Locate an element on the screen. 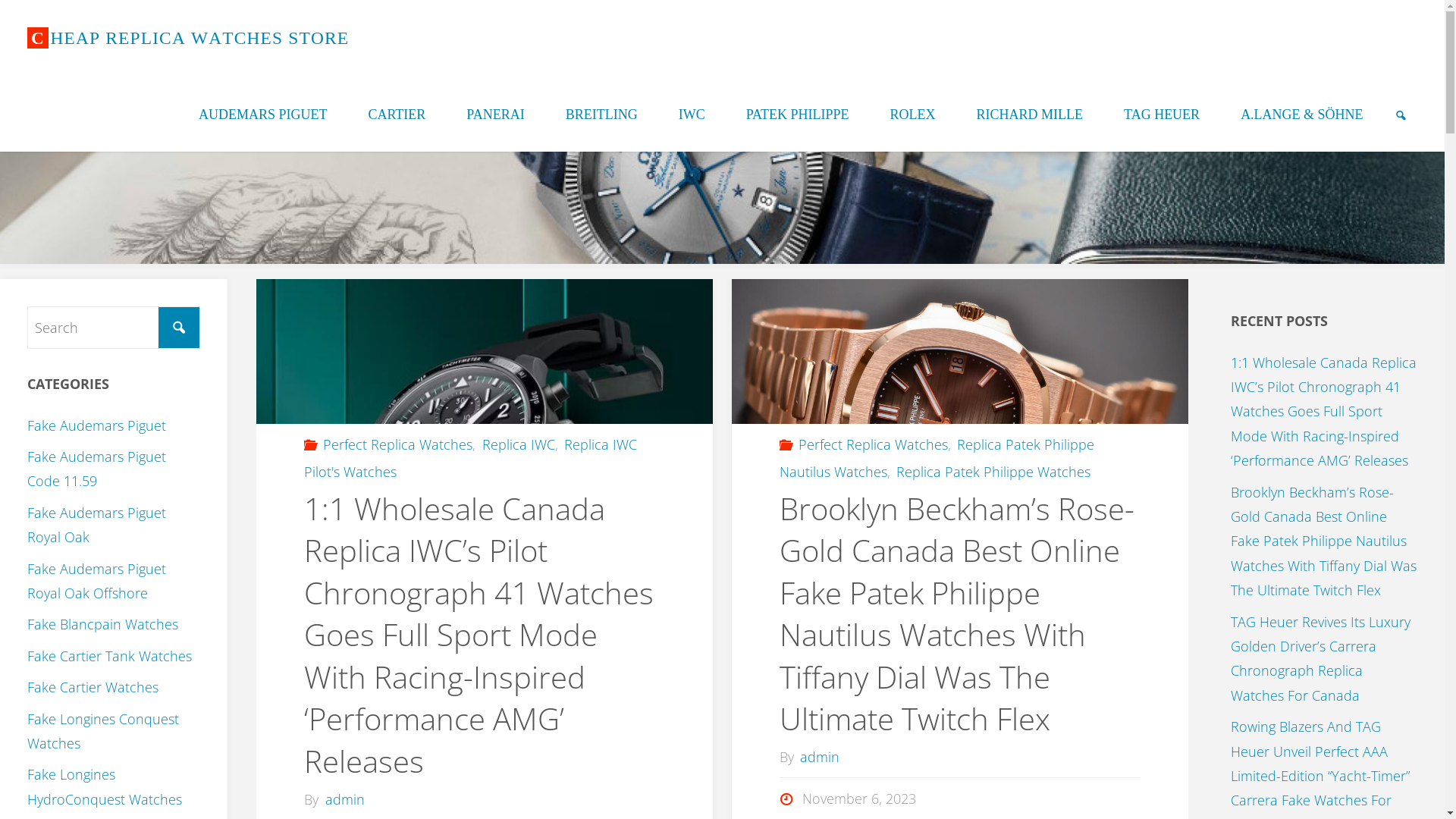 This screenshot has width=1456, height=819. 'Fake Blancpain Watches' is located at coordinates (27, 623).